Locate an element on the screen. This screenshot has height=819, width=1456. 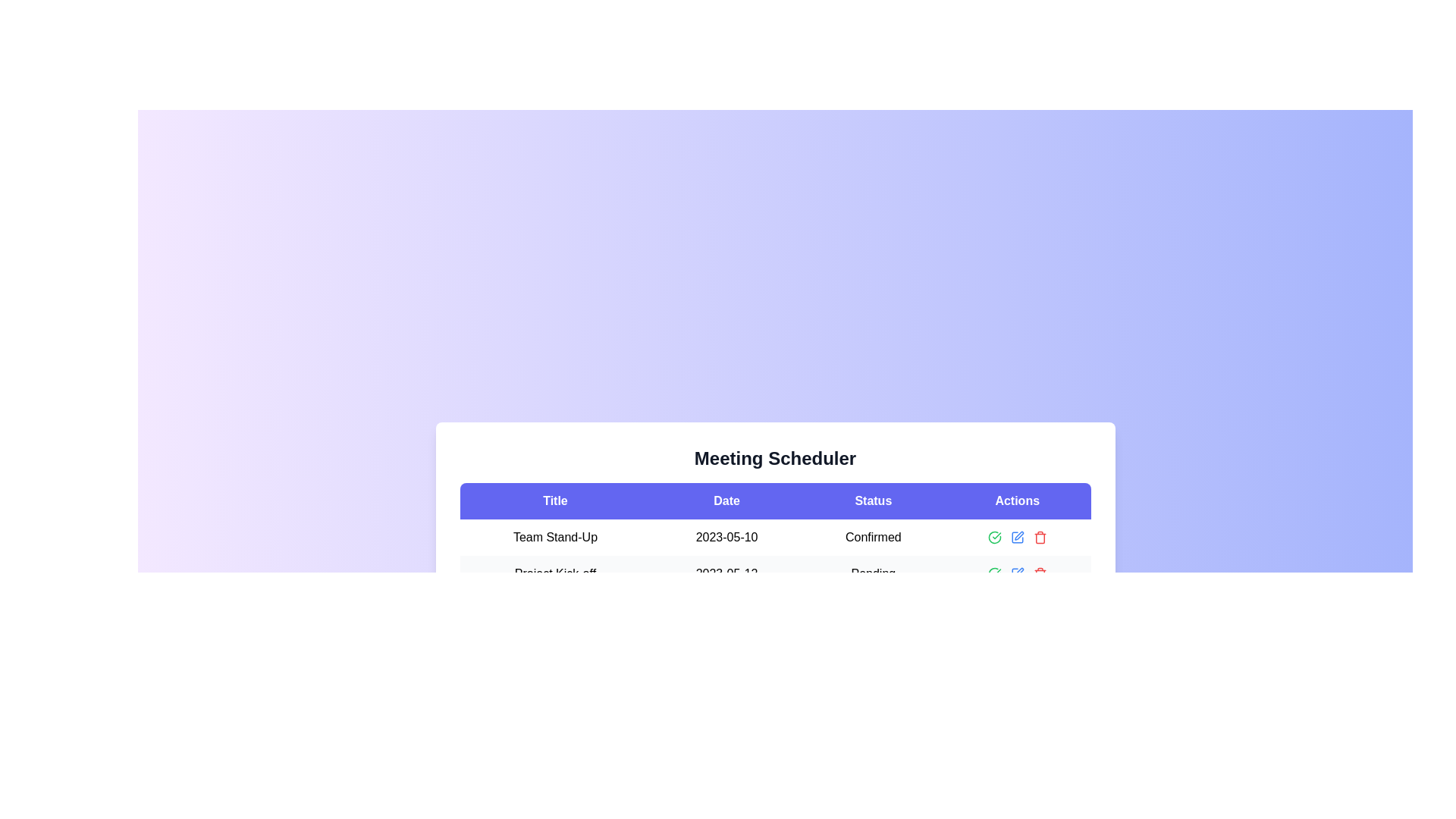
the edit button located in the Actions column of the table row, which is the second icon from the left in a group of three interactive icons is located at coordinates (1017, 573).